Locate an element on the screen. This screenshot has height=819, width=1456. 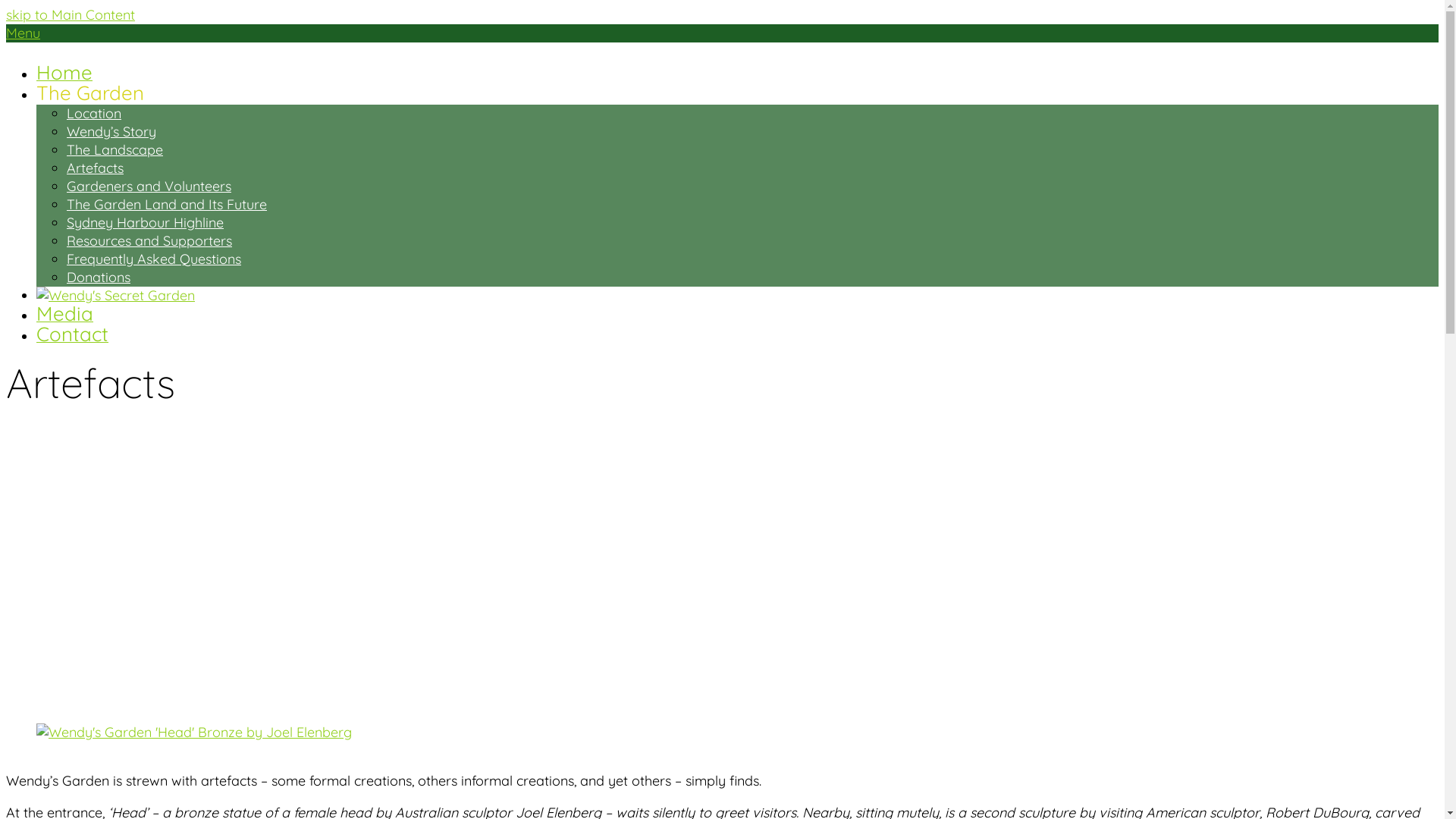
'Gardeners and Volunteers' is located at coordinates (149, 185).